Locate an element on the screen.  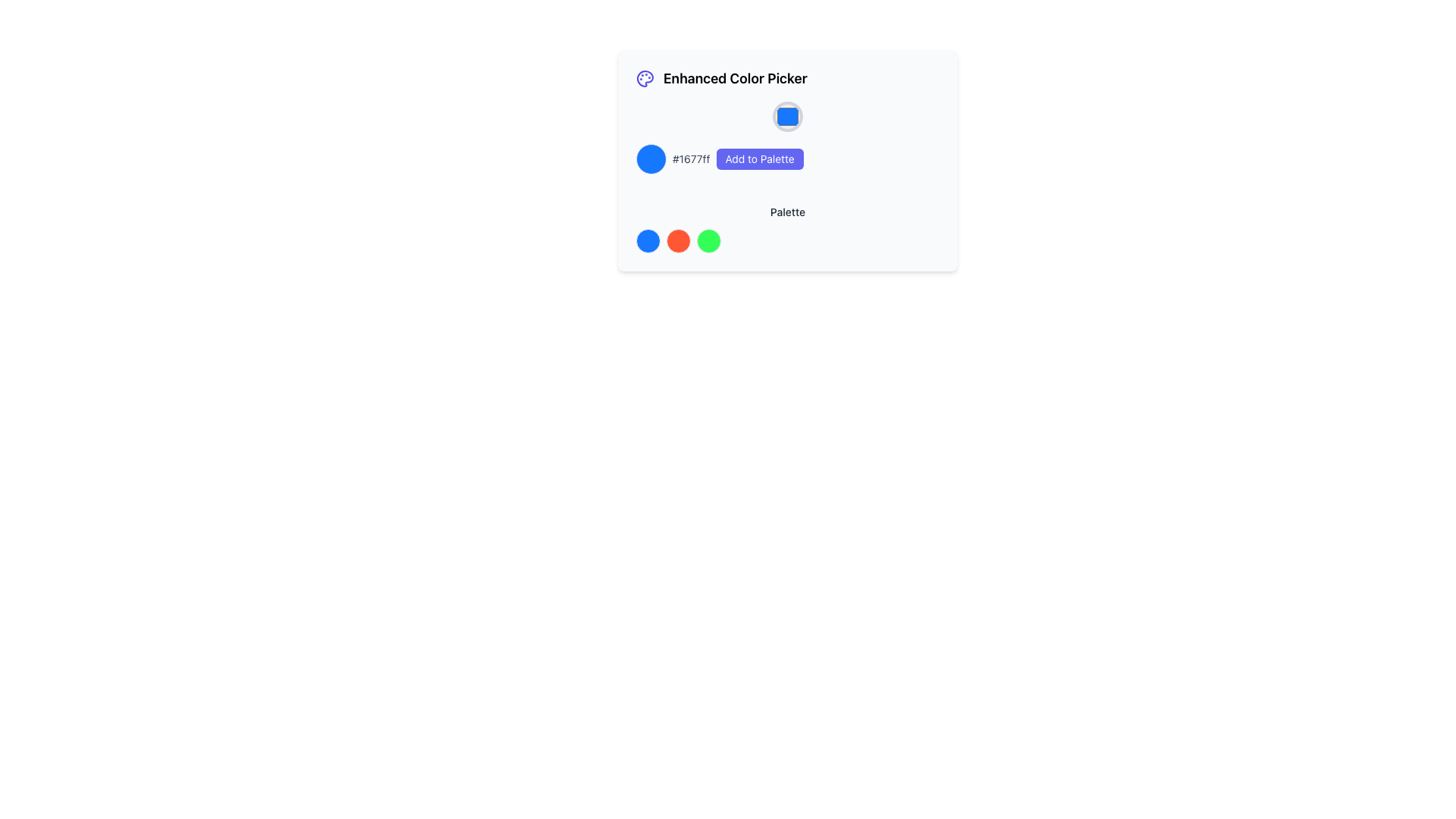
the small circular red button located in the bottom part of the interface, which is the second button in a row of three buttons is located at coordinates (677, 240).